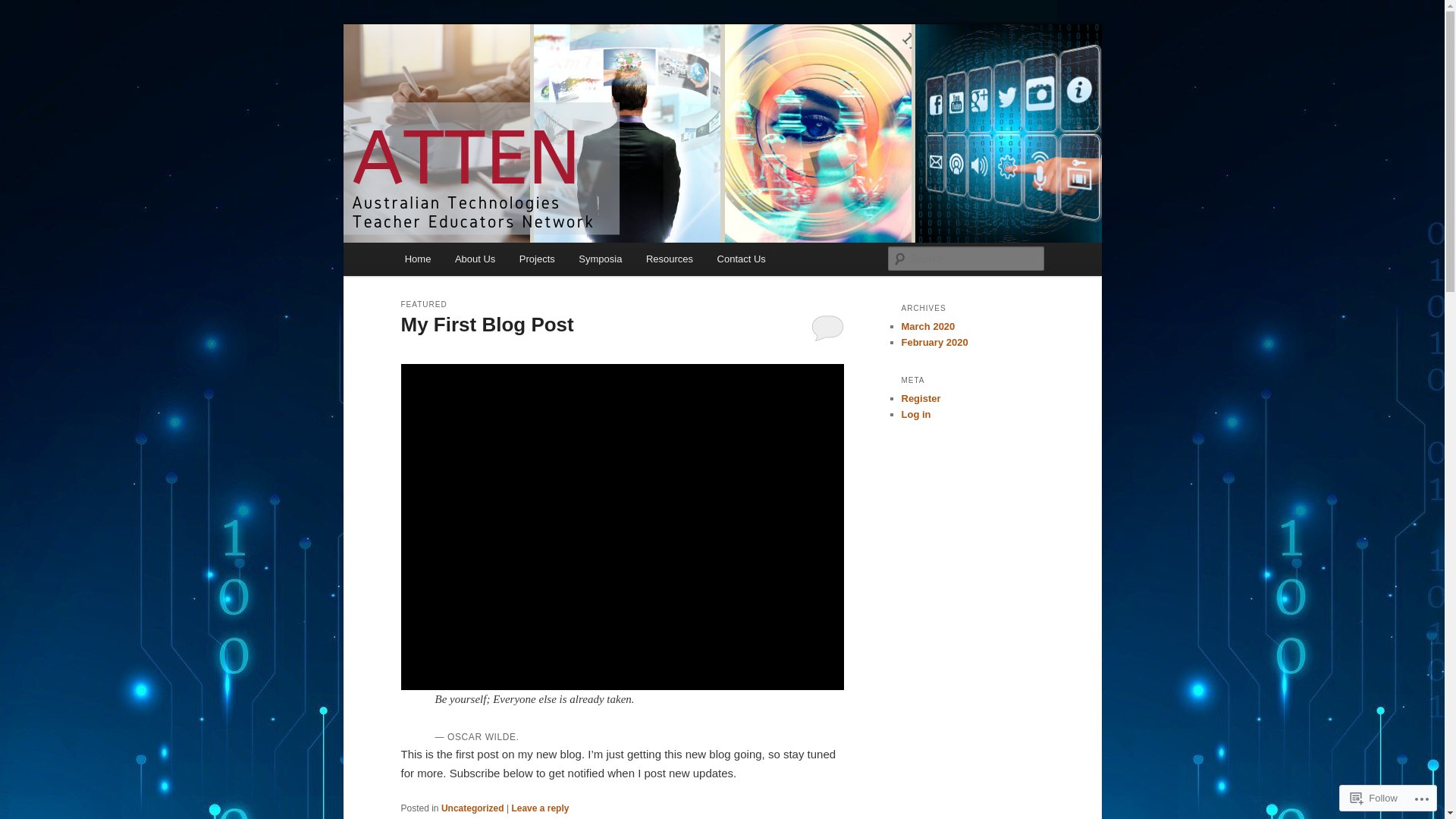 The width and height of the screenshot is (1456, 819). I want to click on 'March 2020', so click(927, 325).